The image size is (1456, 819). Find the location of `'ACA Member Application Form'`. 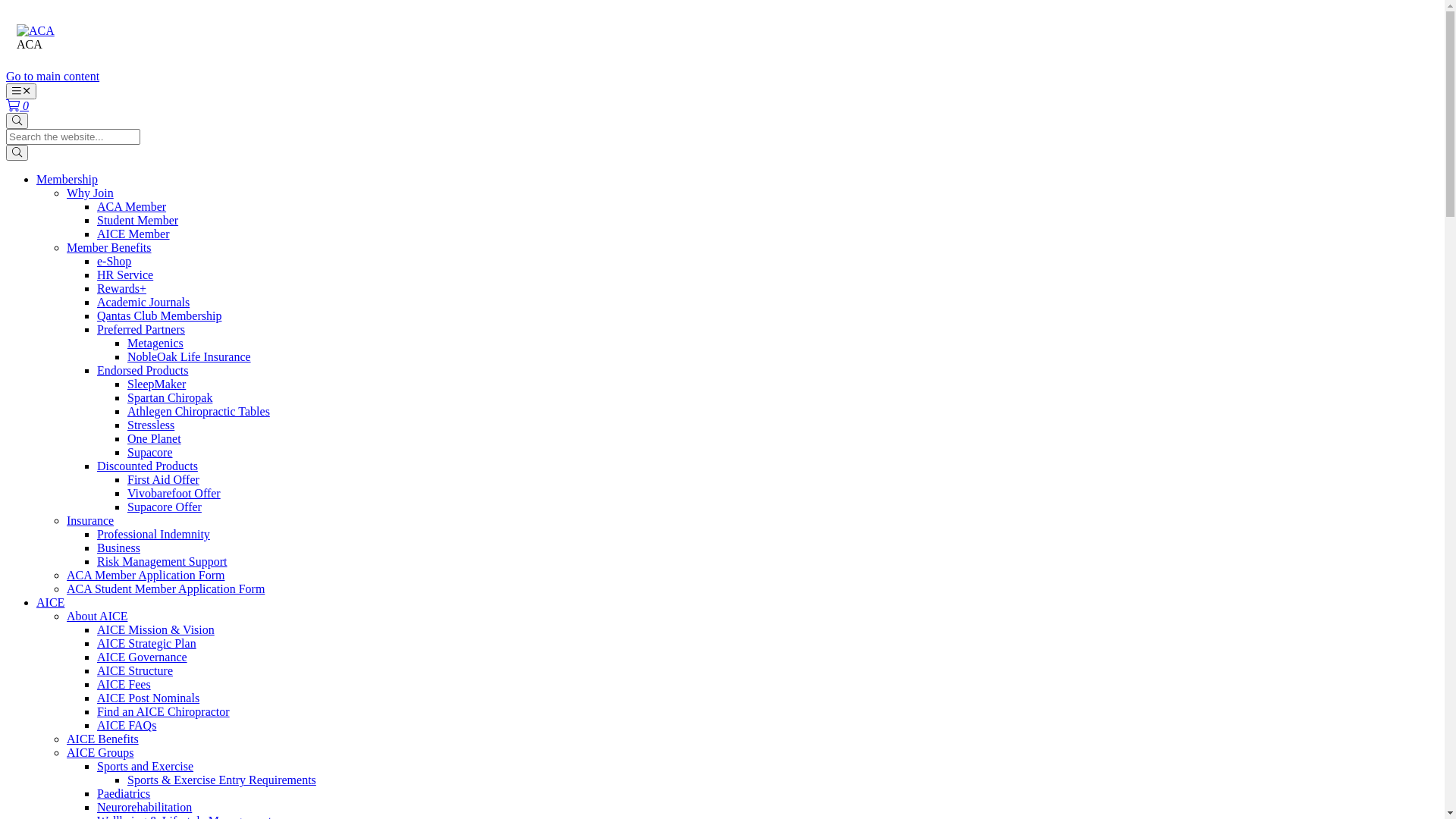

'ACA Member Application Form' is located at coordinates (146, 575).